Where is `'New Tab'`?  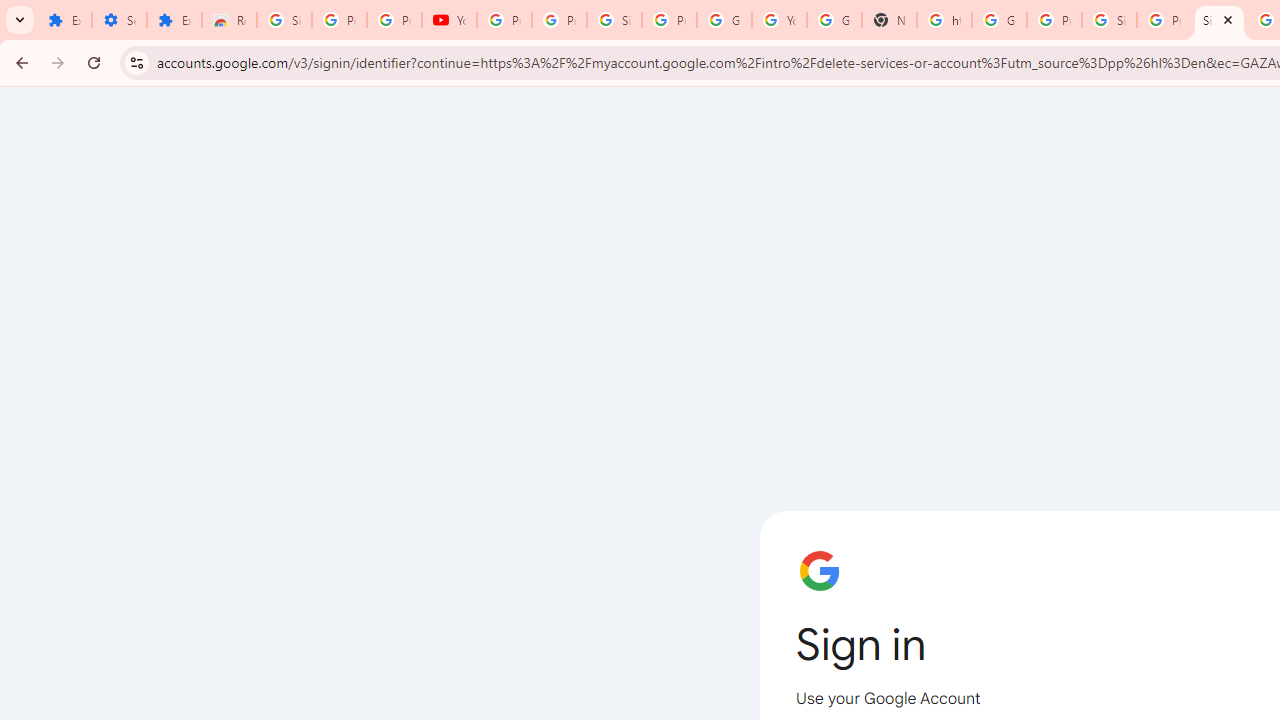 'New Tab' is located at coordinates (887, 20).